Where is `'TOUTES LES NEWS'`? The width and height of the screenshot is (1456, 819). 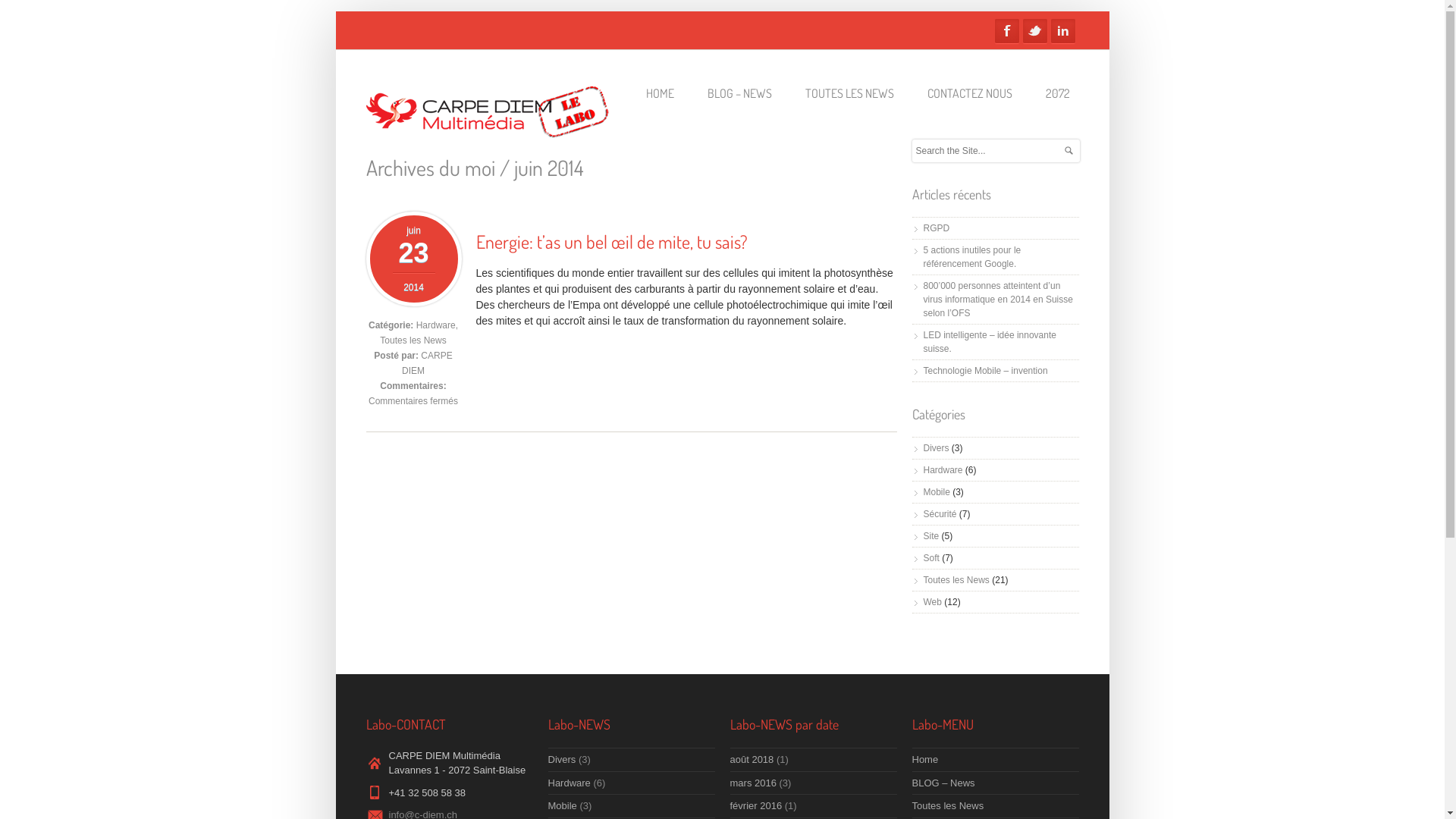 'TOUTES LES NEWS' is located at coordinates (849, 94).